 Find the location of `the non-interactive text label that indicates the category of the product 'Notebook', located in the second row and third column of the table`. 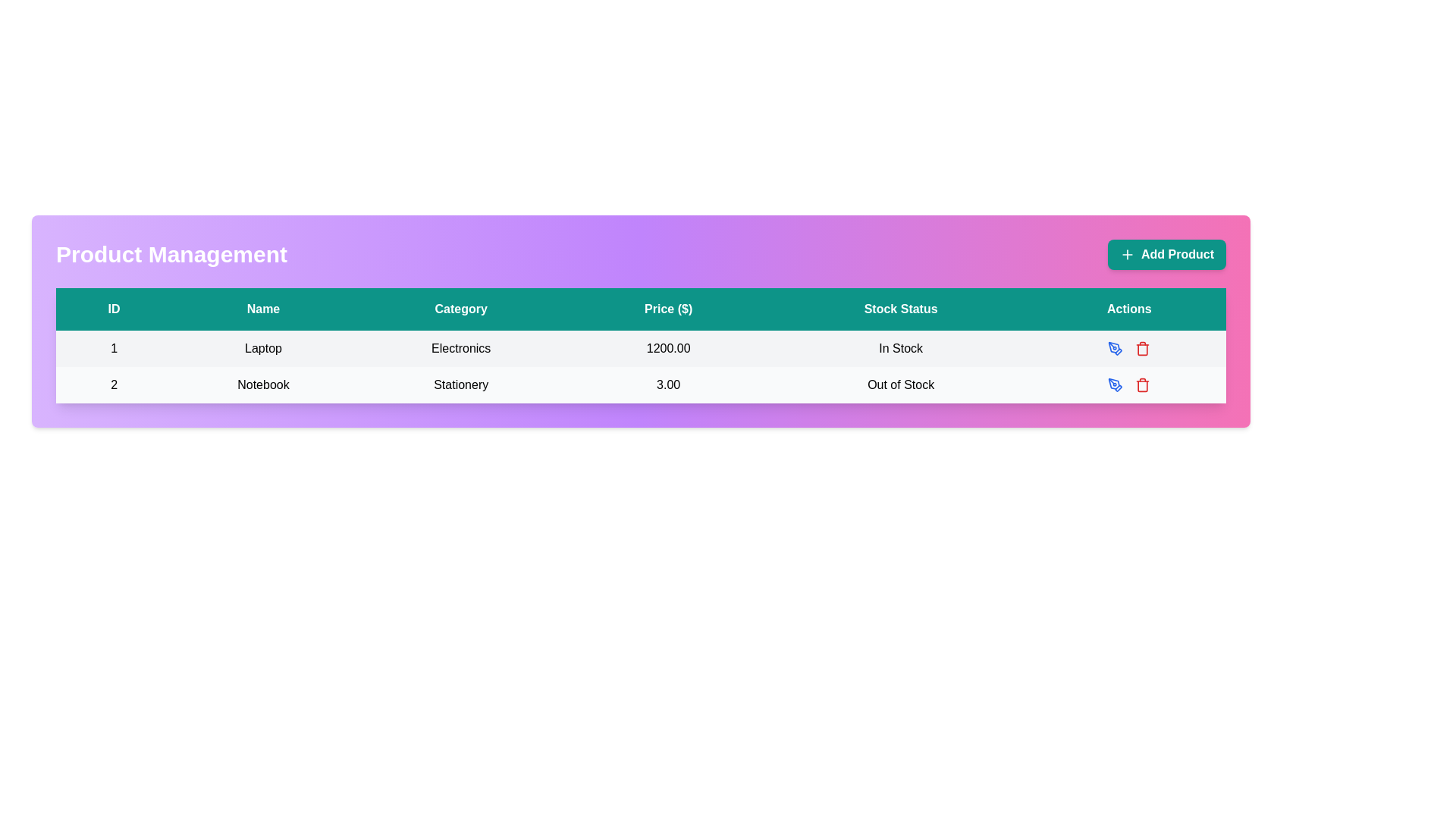

the non-interactive text label that indicates the category of the product 'Notebook', located in the second row and third column of the table is located at coordinates (460, 384).